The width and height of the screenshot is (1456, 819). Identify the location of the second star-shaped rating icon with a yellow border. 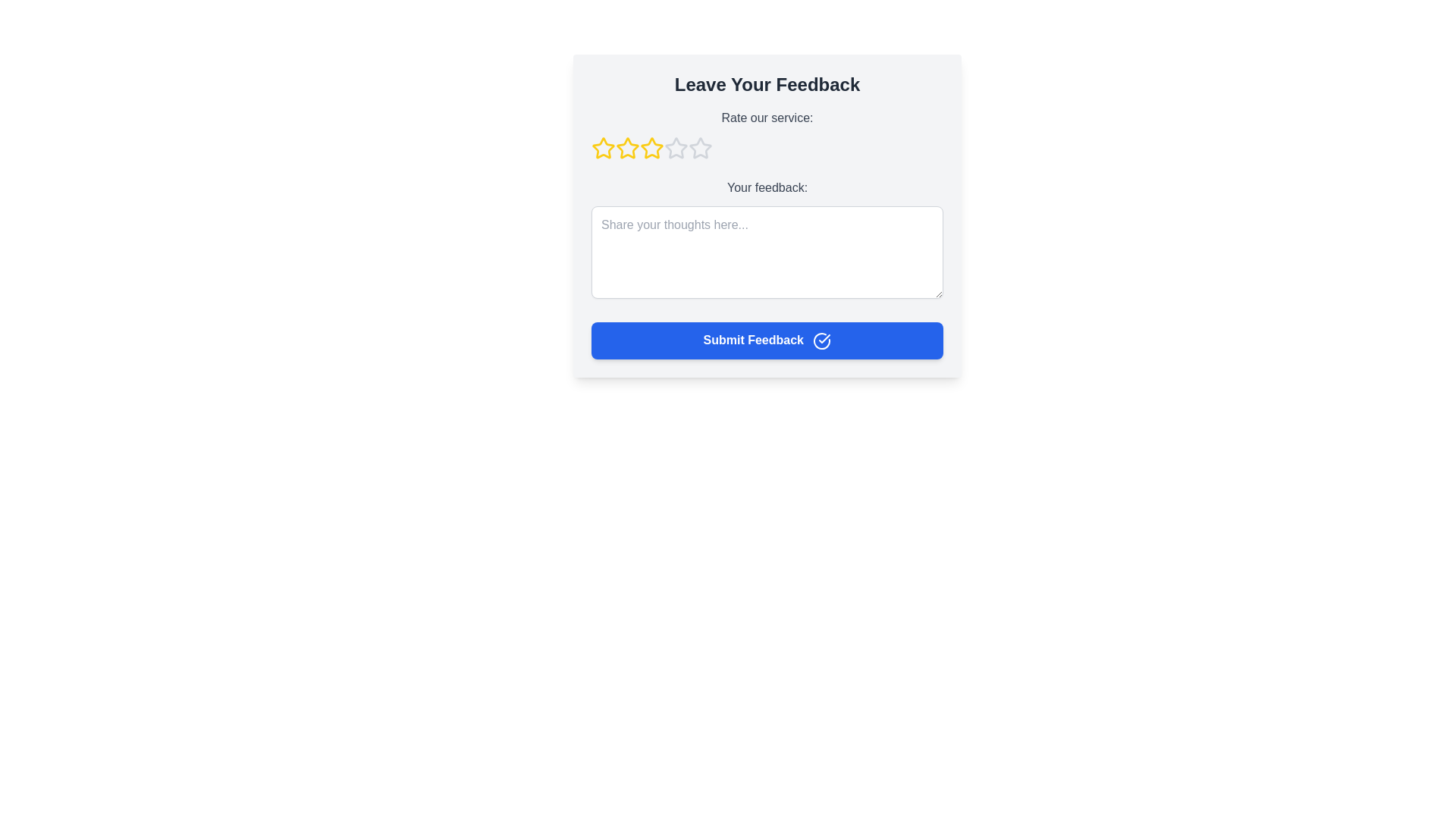
(628, 148).